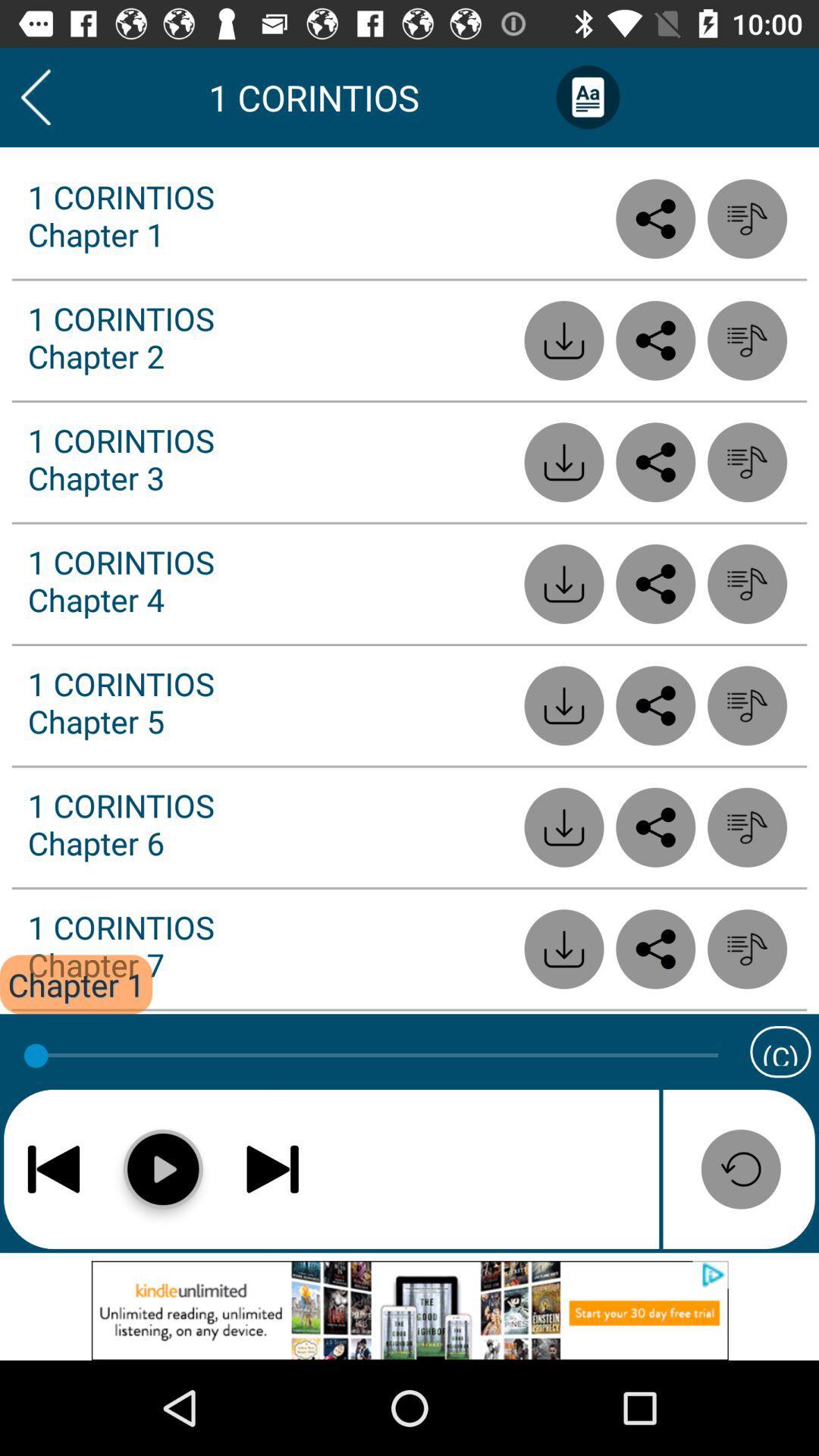 This screenshot has height=1456, width=819. Describe the element at coordinates (746, 948) in the screenshot. I see `listen to audio` at that location.